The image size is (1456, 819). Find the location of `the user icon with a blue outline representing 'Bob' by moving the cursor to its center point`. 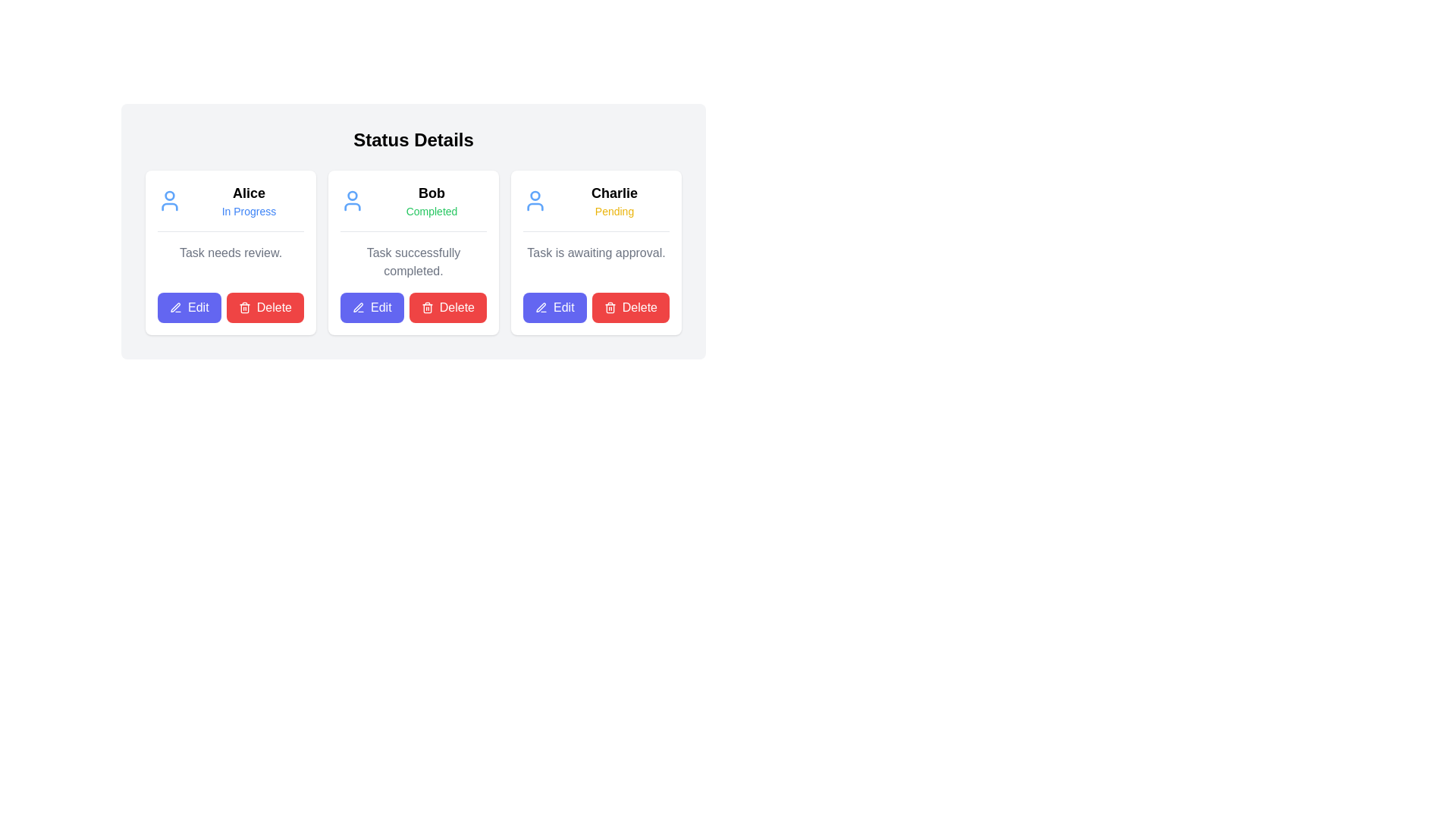

the user icon with a blue outline representing 'Bob' by moving the cursor to its center point is located at coordinates (352, 195).